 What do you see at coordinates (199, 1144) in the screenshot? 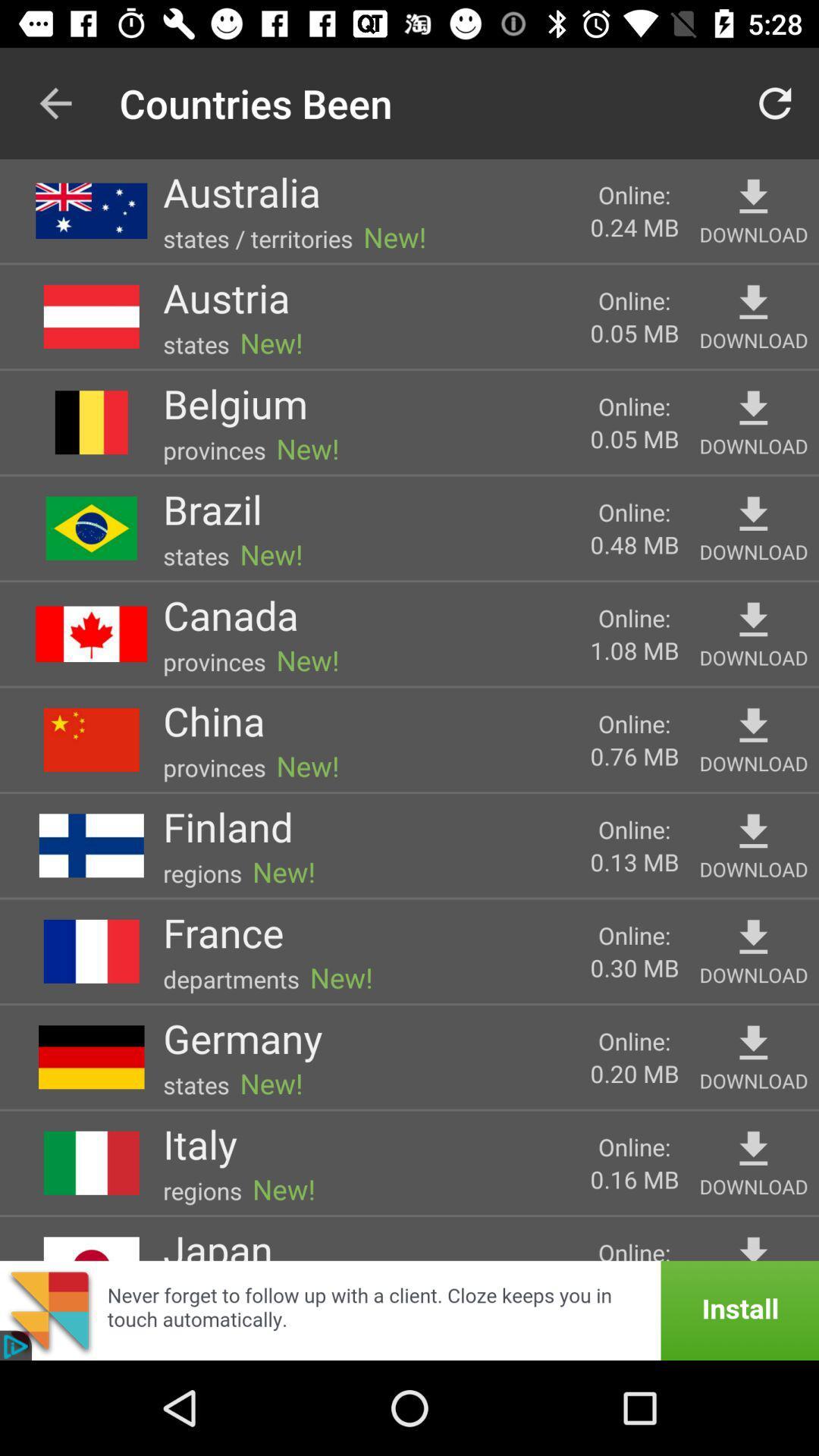
I see `the item to the left of the new! icon` at bounding box center [199, 1144].